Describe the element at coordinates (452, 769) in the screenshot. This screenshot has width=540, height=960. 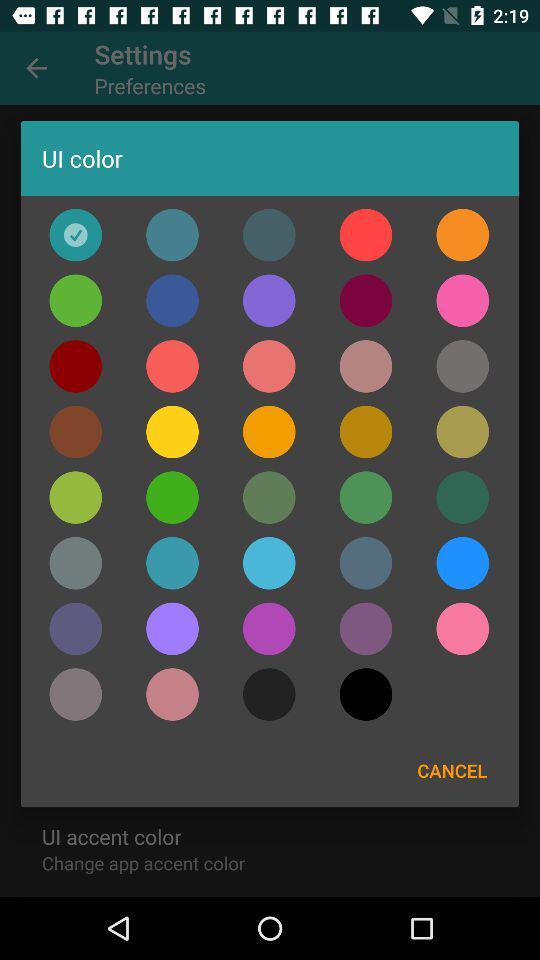
I see `the cancel item` at that location.